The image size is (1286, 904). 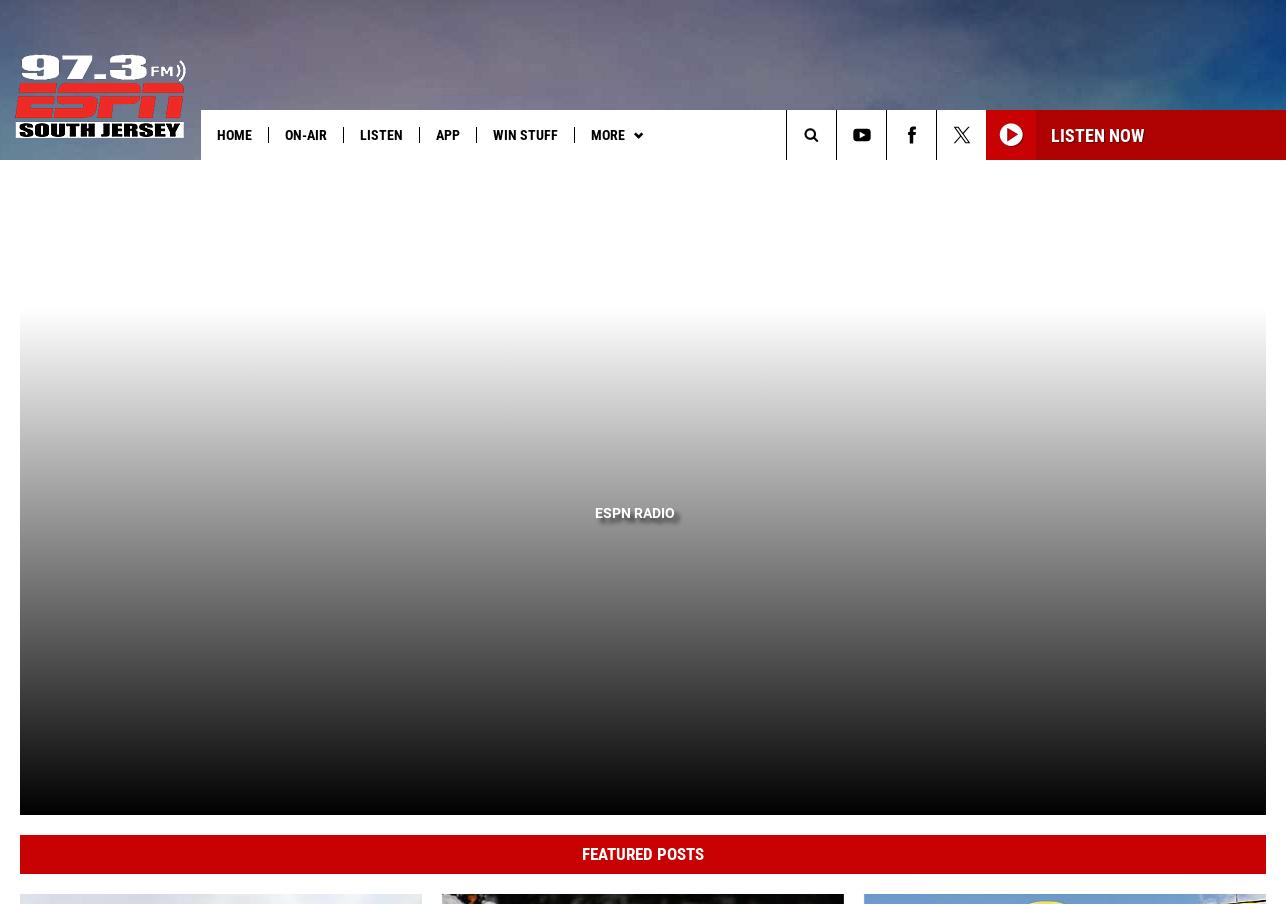 What do you see at coordinates (643, 176) in the screenshot?
I see `'Flyers'` at bounding box center [643, 176].